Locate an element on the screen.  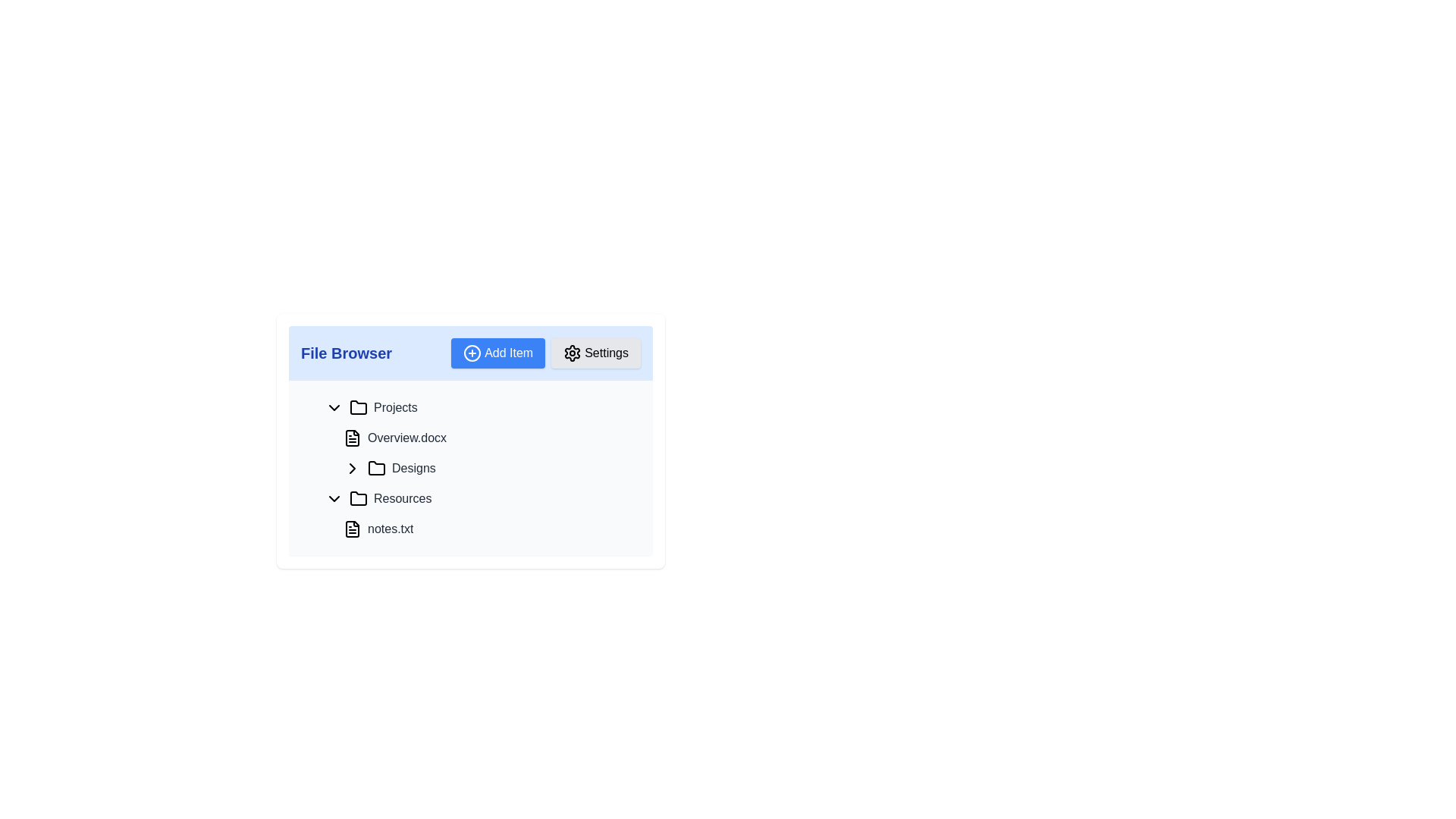
the file icon representing the document named 'Overview.docx' is located at coordinates (352, 438).